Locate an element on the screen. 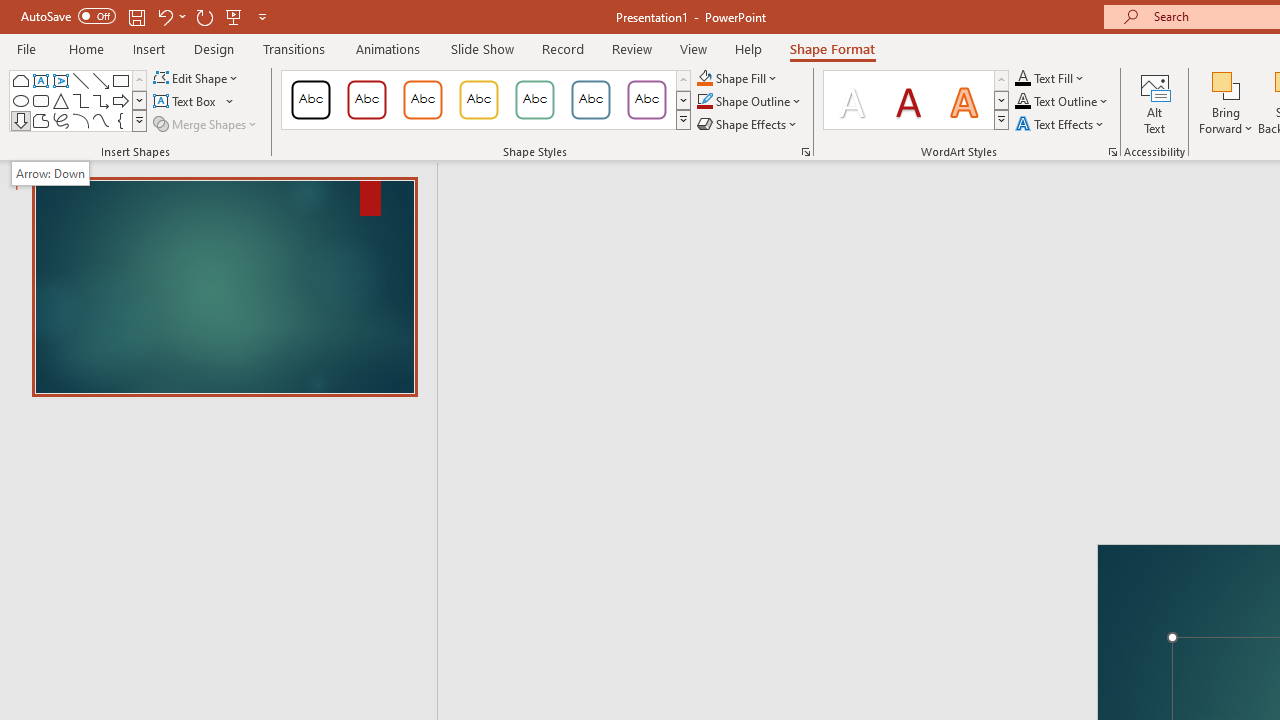 The width and height of the screenshot is (1280, 720). 'Colored Outline - Gold, Accent 3' is located at coordinates (477, 100).